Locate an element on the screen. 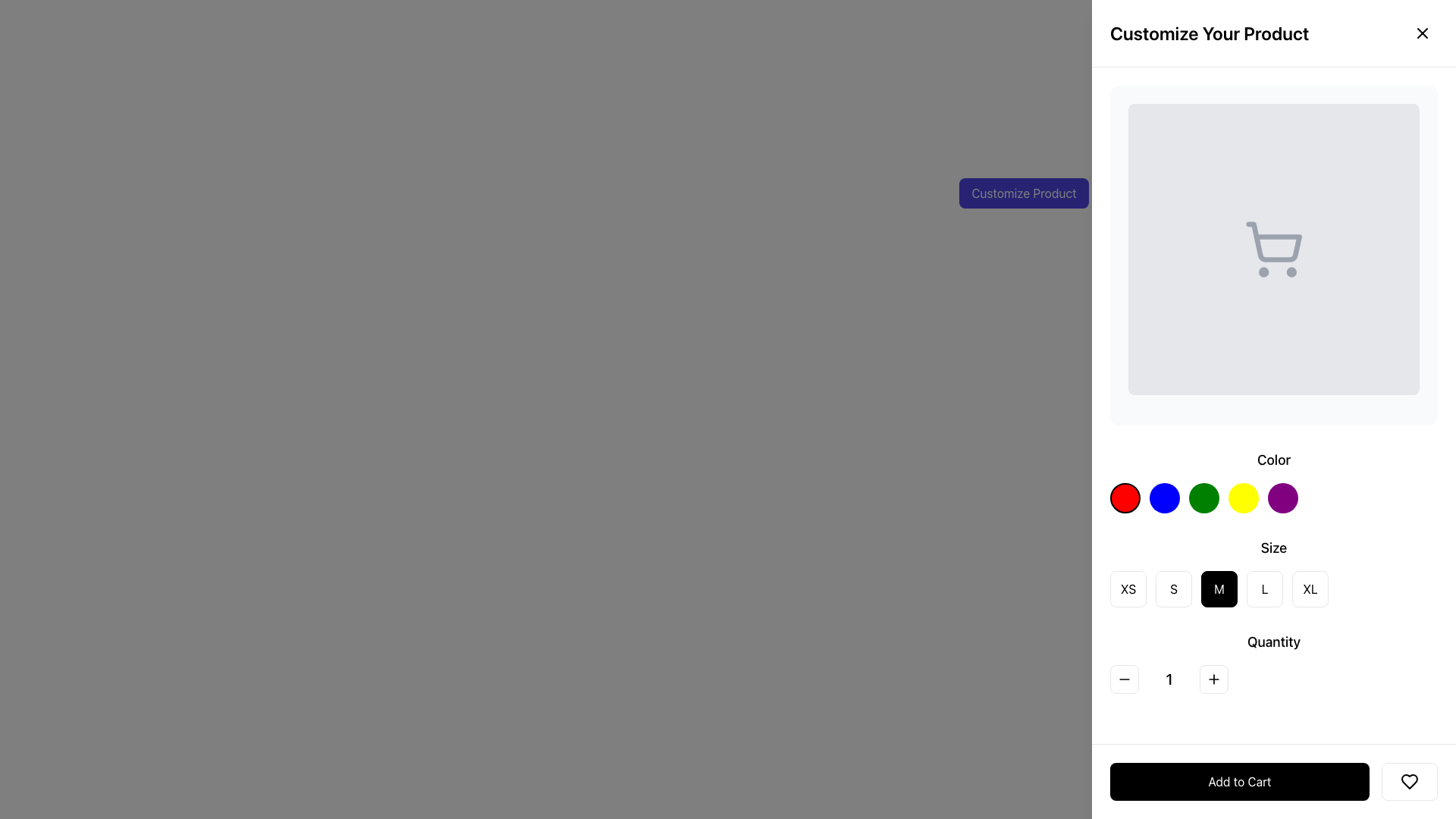 This screenshot has height=819, width=1456. the first circular color selection button with a red background and black border is located at coordinates (1125, 497).